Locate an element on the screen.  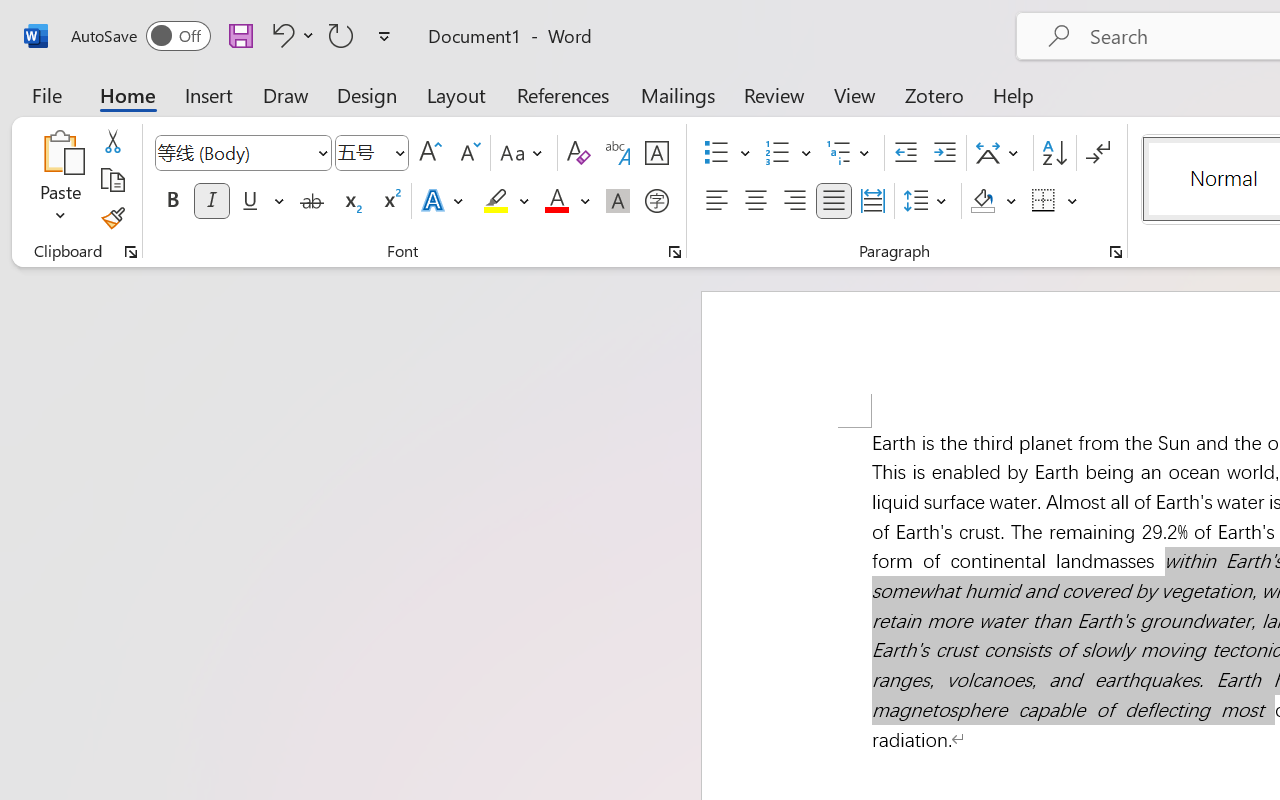
'Show/Hide Editing Marks' is located at coordinates (1097, 153).